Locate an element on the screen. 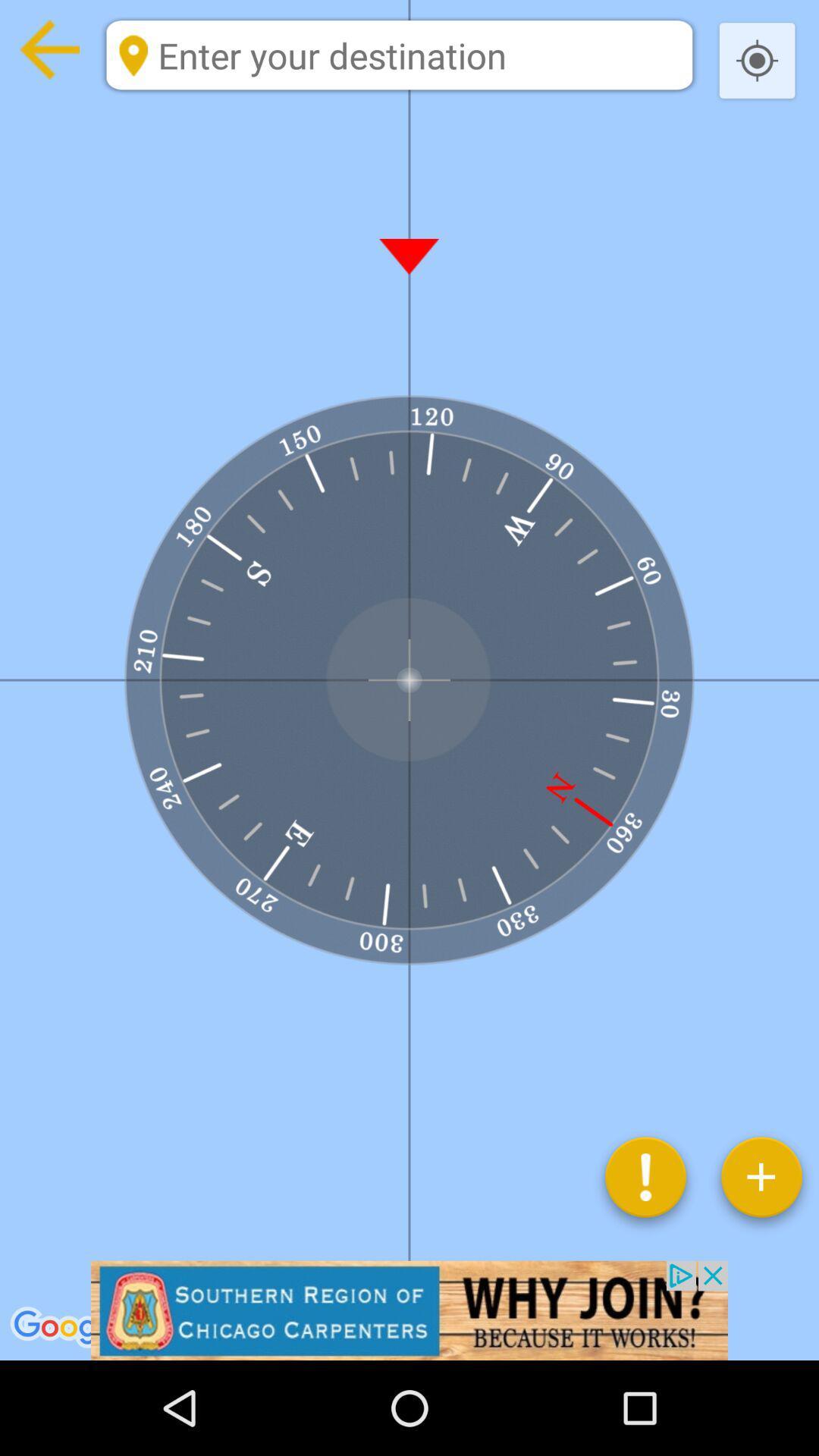  the warning icon is located at coordinates (645, 1182).